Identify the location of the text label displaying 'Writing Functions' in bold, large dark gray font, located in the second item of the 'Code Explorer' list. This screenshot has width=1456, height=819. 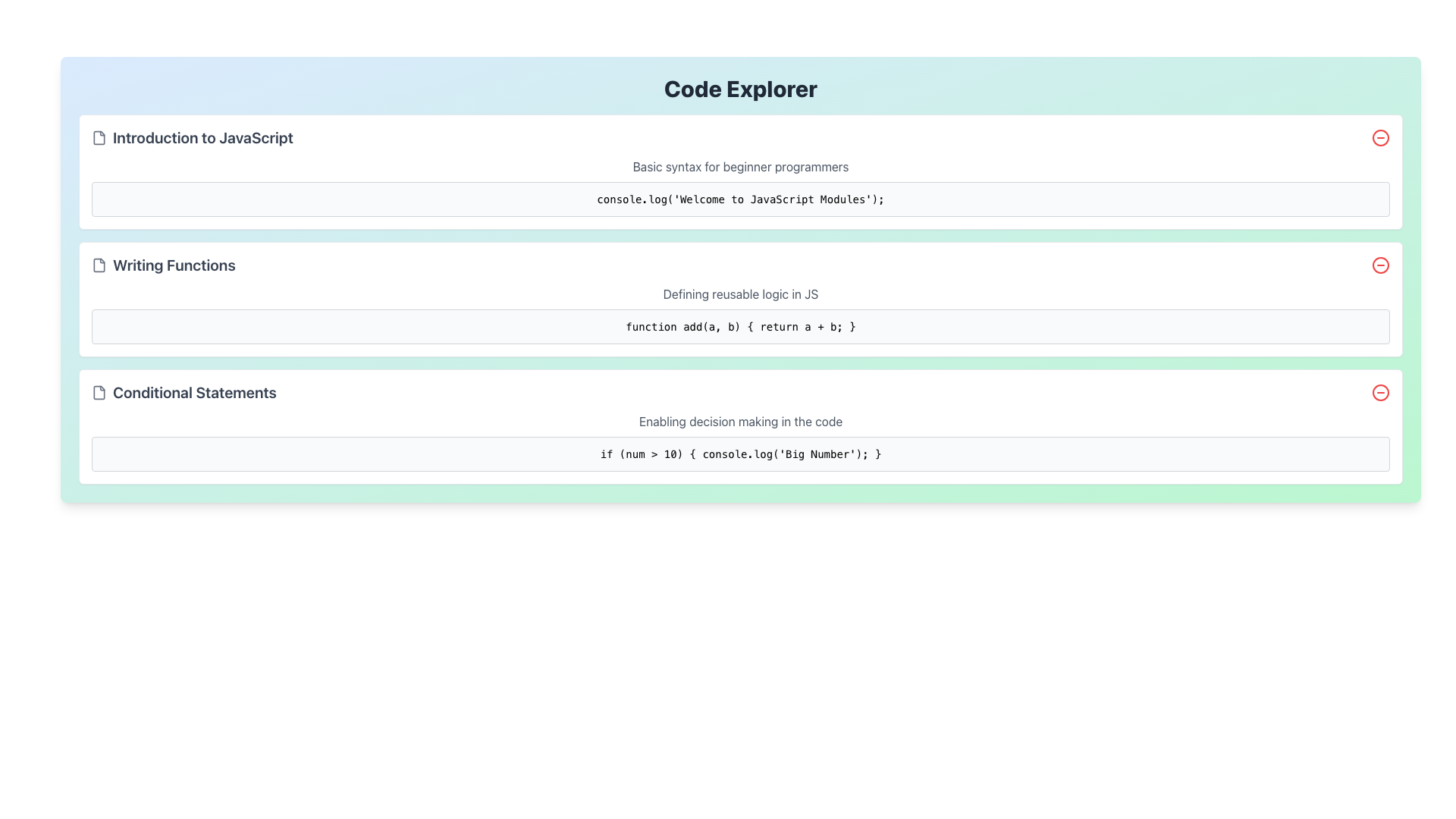
(174, 265).